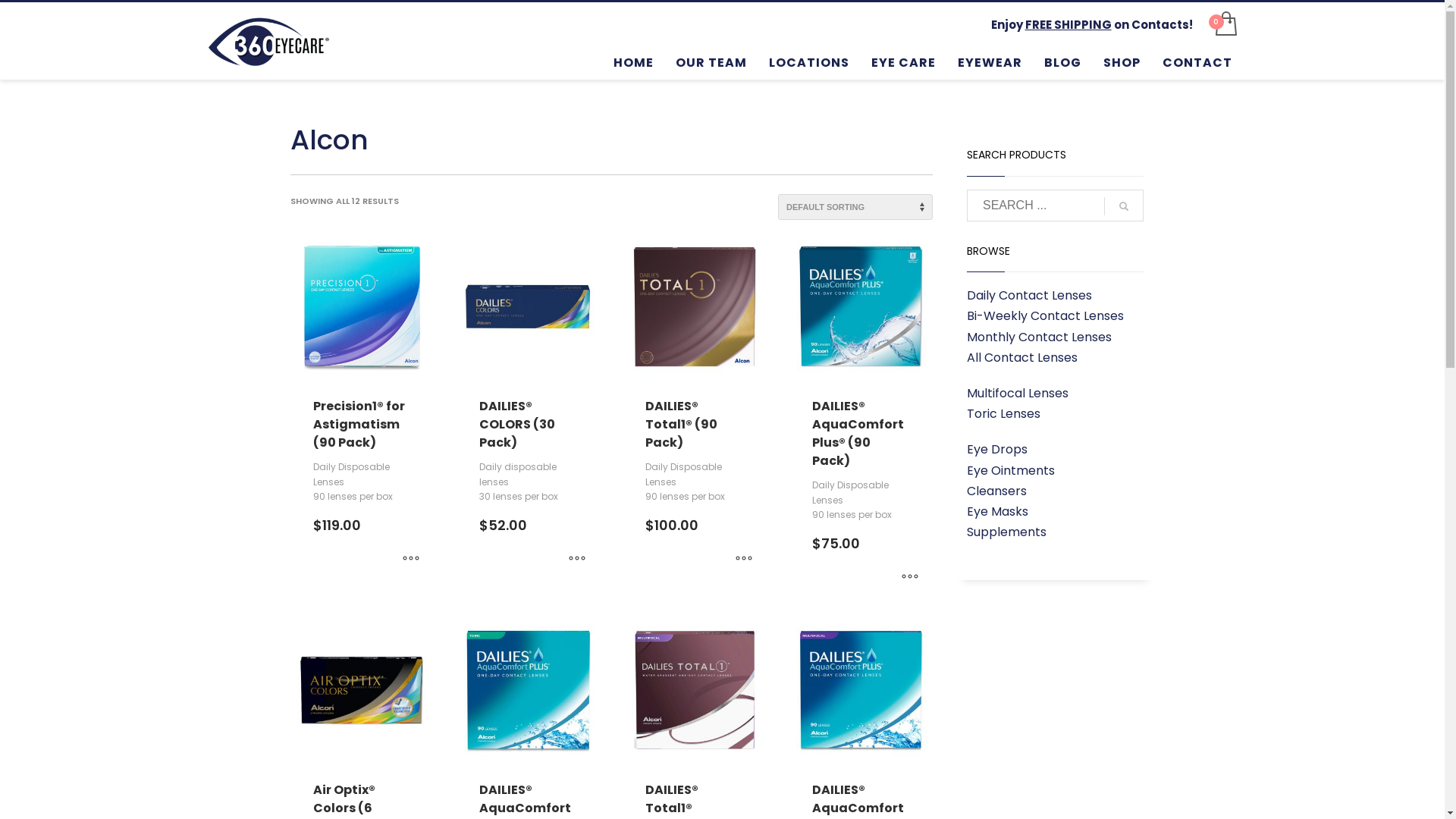 The width and height of the screenshot is (1456, 819). I want to click on 'Toric Lenses', so click(1003, 413).